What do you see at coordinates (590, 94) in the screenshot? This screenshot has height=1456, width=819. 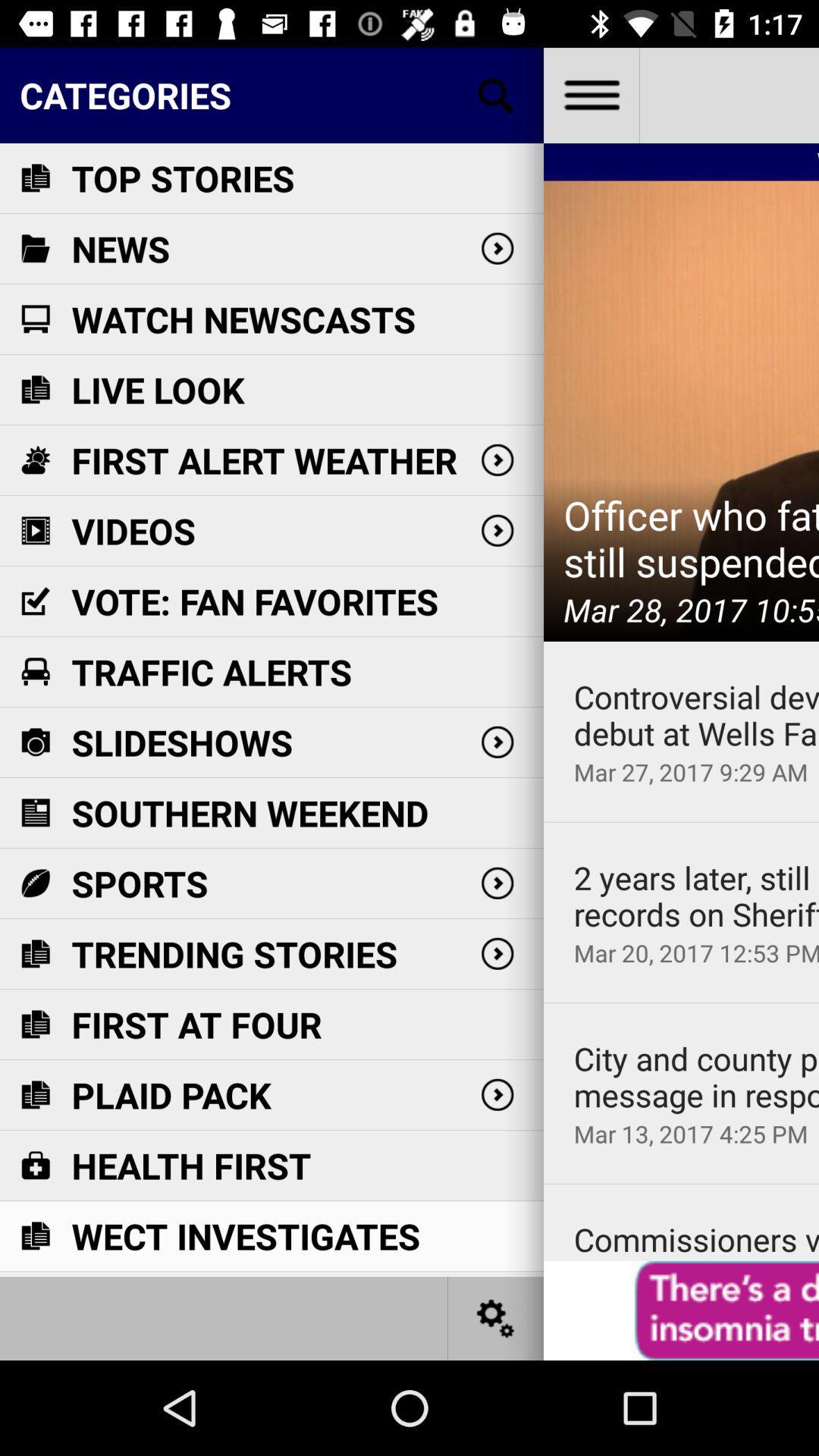 I see `the menu icon` at bounding box center [590, 94].